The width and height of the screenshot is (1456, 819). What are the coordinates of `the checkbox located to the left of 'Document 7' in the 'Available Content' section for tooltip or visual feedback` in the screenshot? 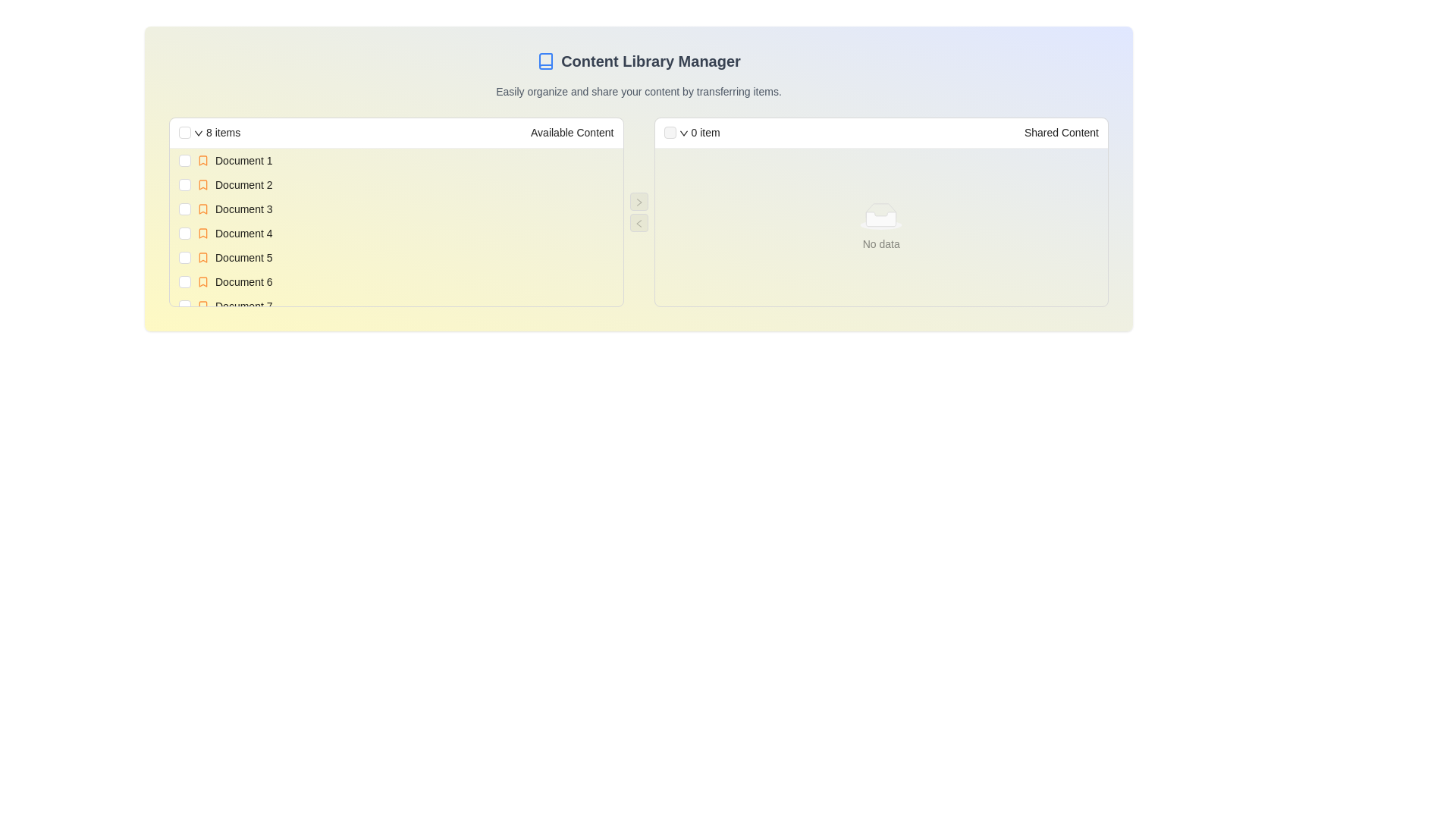 It's located at (184, 306).